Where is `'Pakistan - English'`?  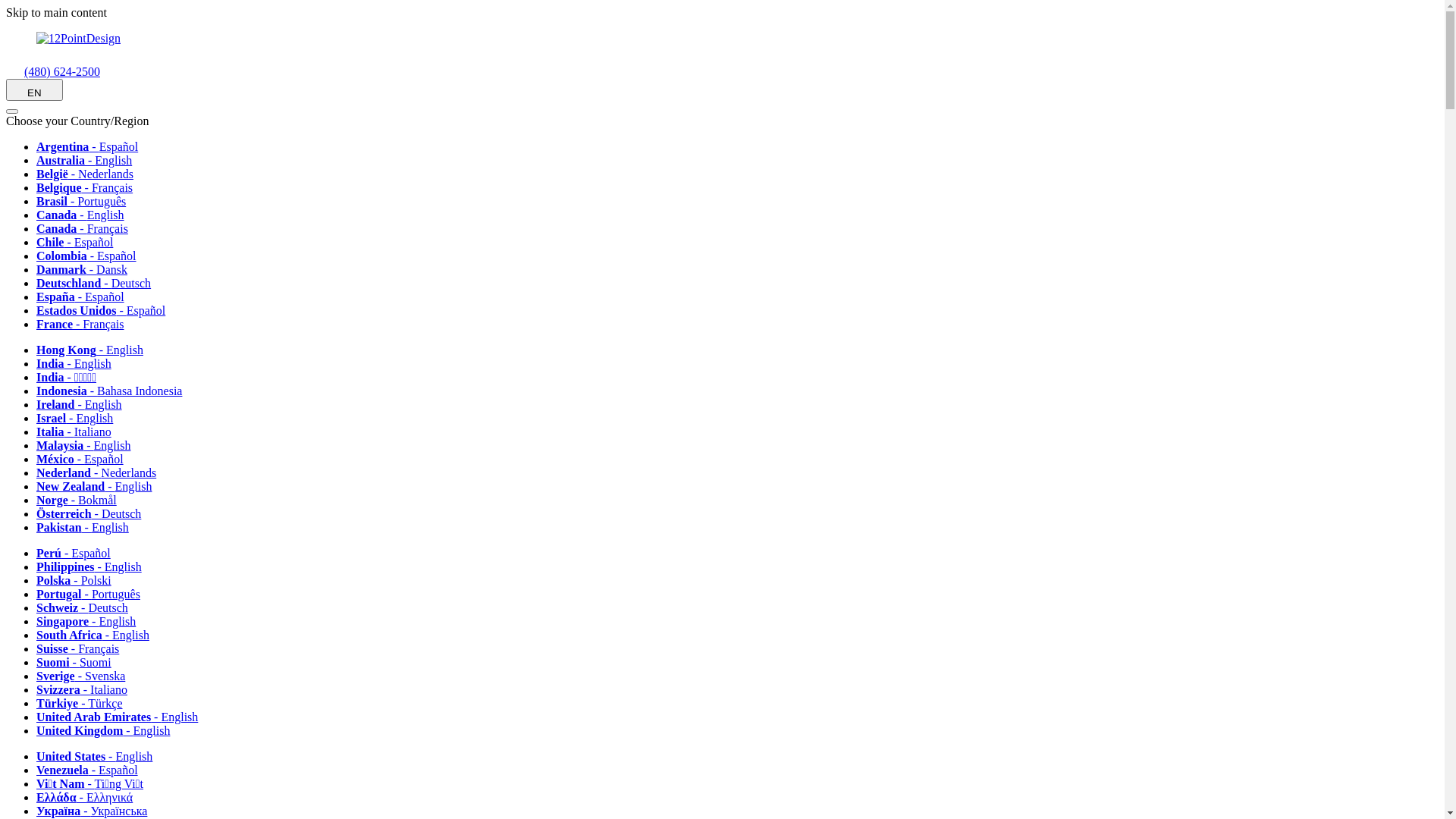
'Pakistan - English' is located at coordinates (86, 526).